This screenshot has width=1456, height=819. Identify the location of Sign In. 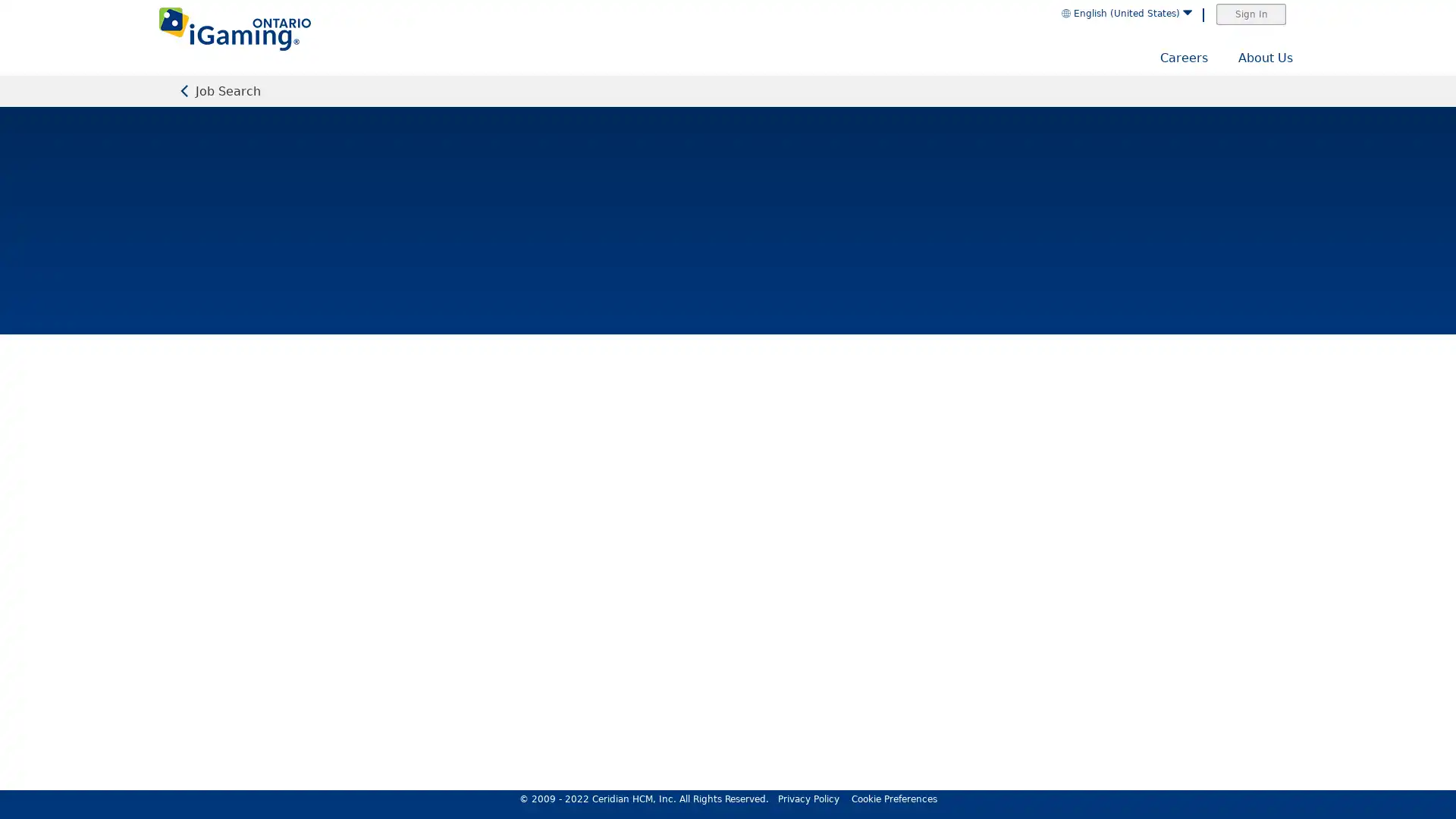
(728, 489).